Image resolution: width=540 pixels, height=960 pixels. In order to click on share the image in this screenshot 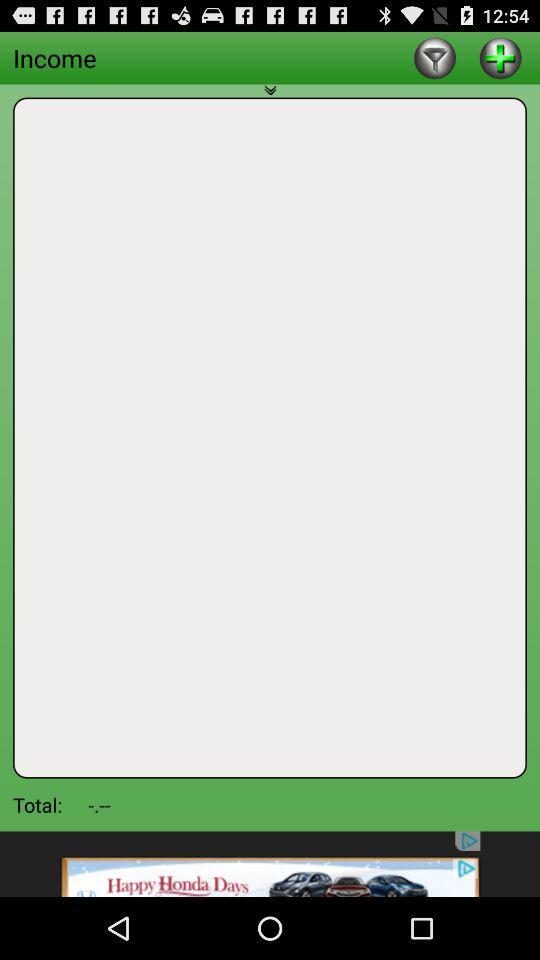, I will do `click(270, 863)`.